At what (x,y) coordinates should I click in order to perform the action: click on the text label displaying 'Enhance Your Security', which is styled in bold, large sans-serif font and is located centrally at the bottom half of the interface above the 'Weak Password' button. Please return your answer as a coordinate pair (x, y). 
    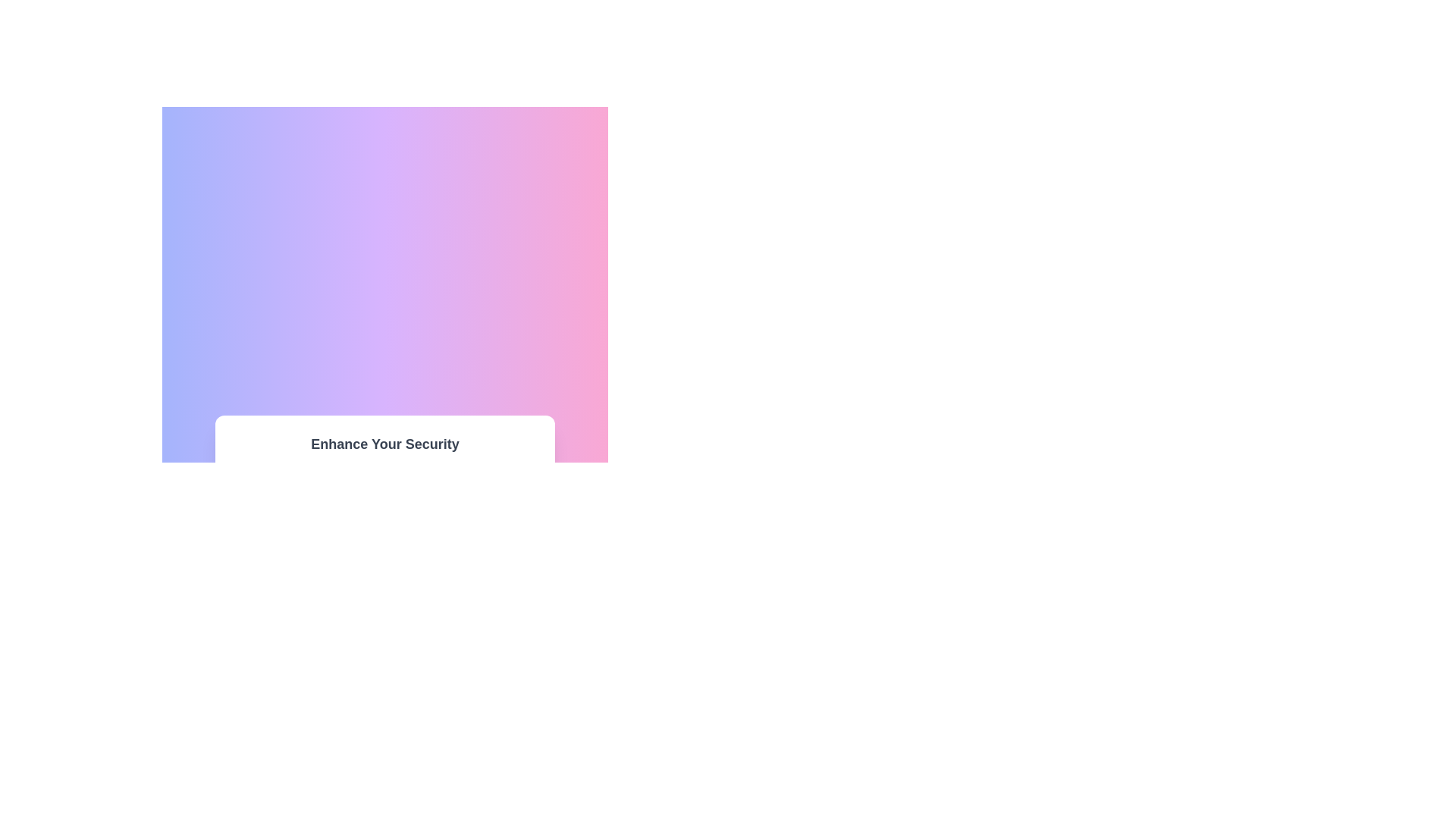
    Looking at the image, I should click on (385, 444).